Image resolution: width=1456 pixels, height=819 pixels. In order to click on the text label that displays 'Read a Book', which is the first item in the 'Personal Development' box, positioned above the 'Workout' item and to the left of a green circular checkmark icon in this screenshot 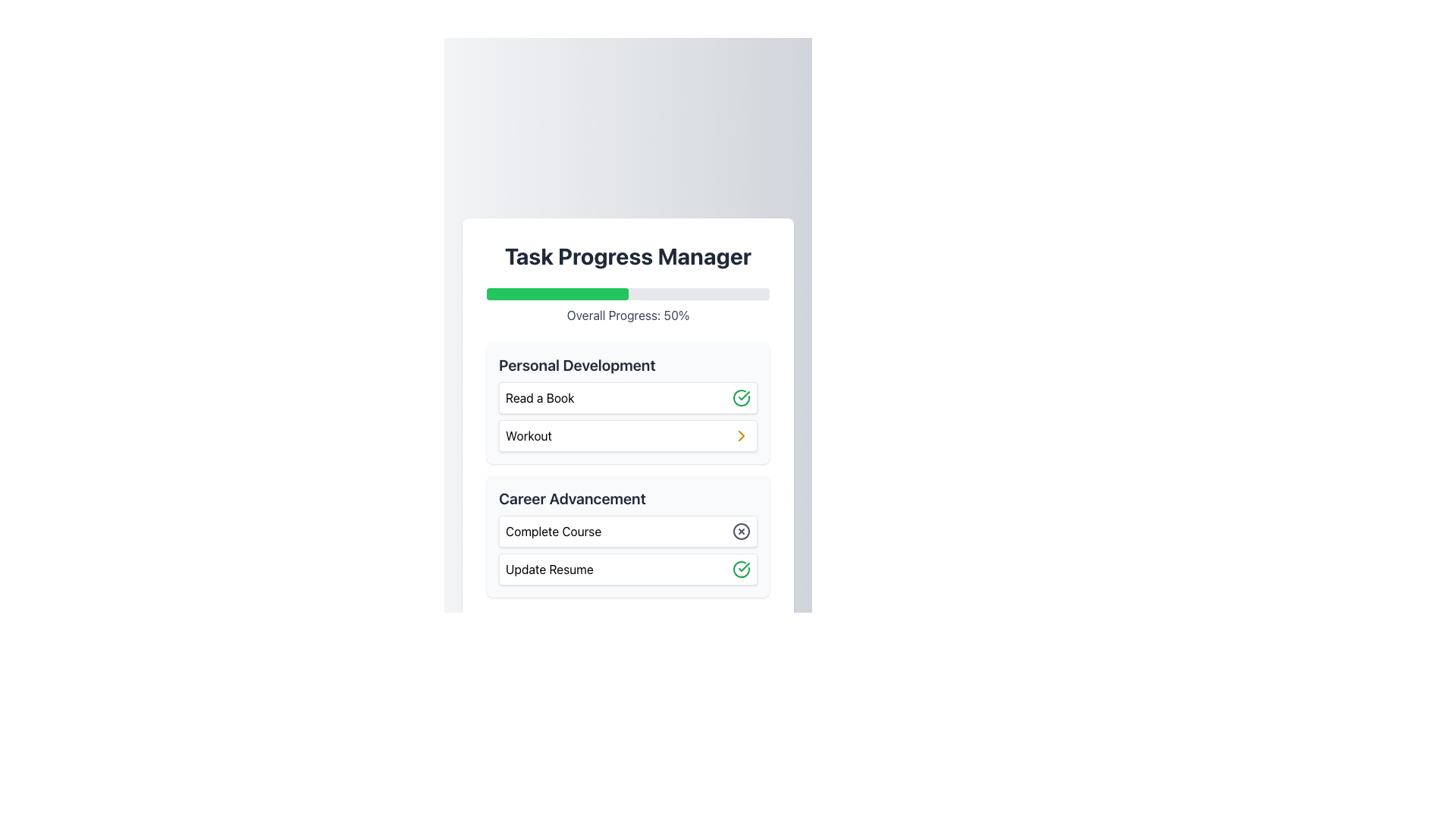, I will do `click(540, 397)`.